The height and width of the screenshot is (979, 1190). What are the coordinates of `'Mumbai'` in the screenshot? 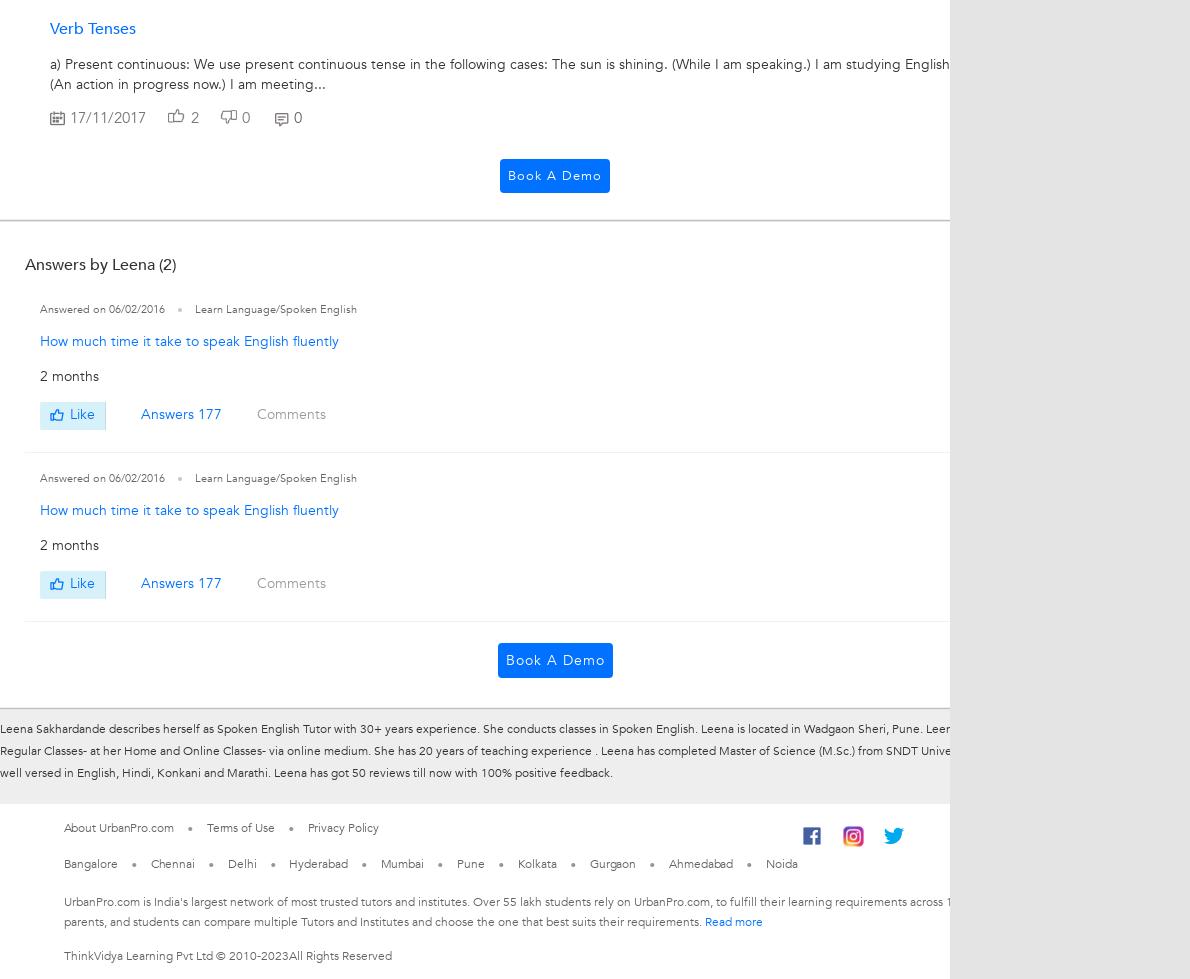 It's located at (401, 861).